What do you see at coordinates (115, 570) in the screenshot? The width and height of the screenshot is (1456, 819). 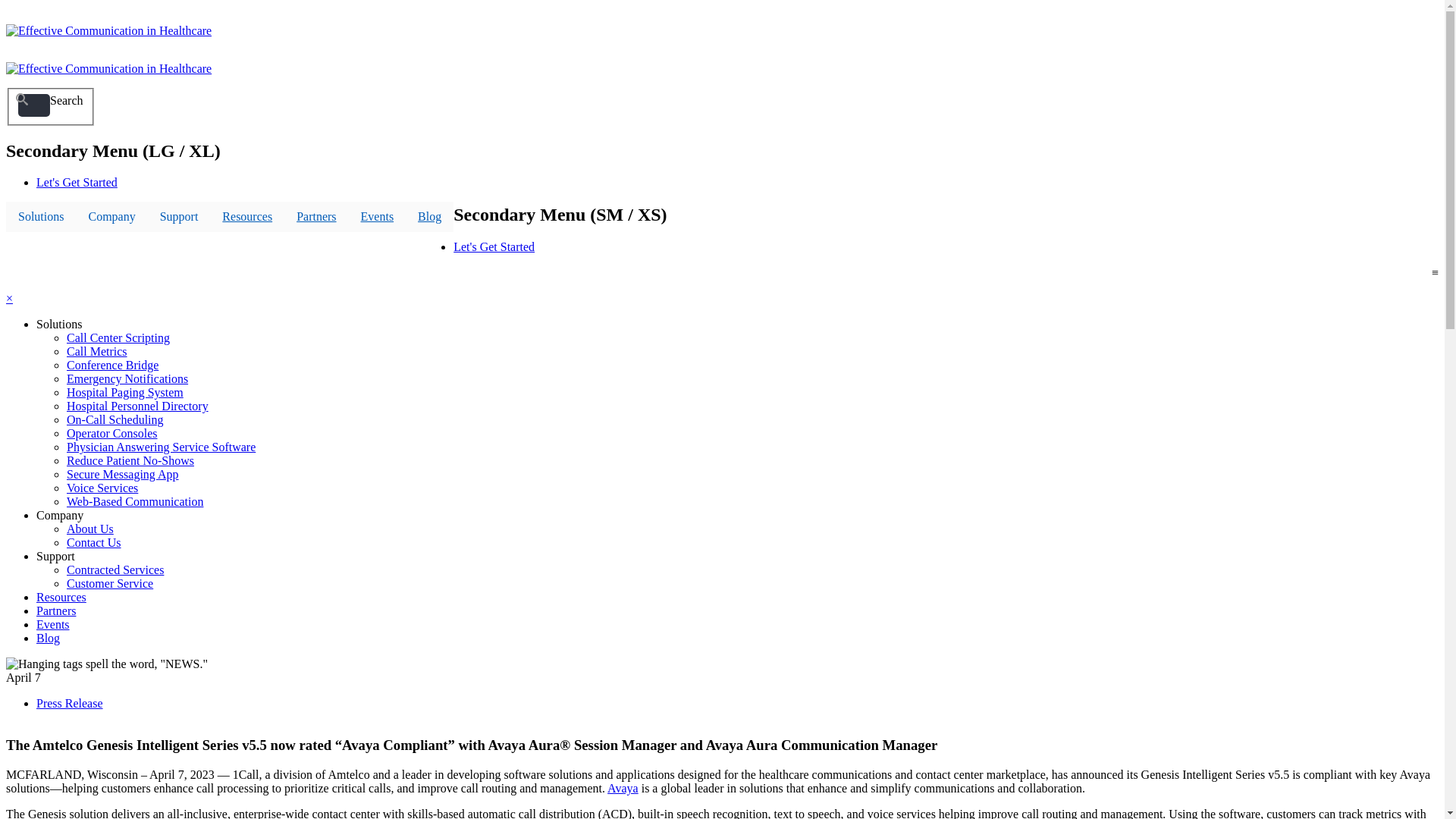 I see `'Contracted Services'` at bounding box center [115, 570].